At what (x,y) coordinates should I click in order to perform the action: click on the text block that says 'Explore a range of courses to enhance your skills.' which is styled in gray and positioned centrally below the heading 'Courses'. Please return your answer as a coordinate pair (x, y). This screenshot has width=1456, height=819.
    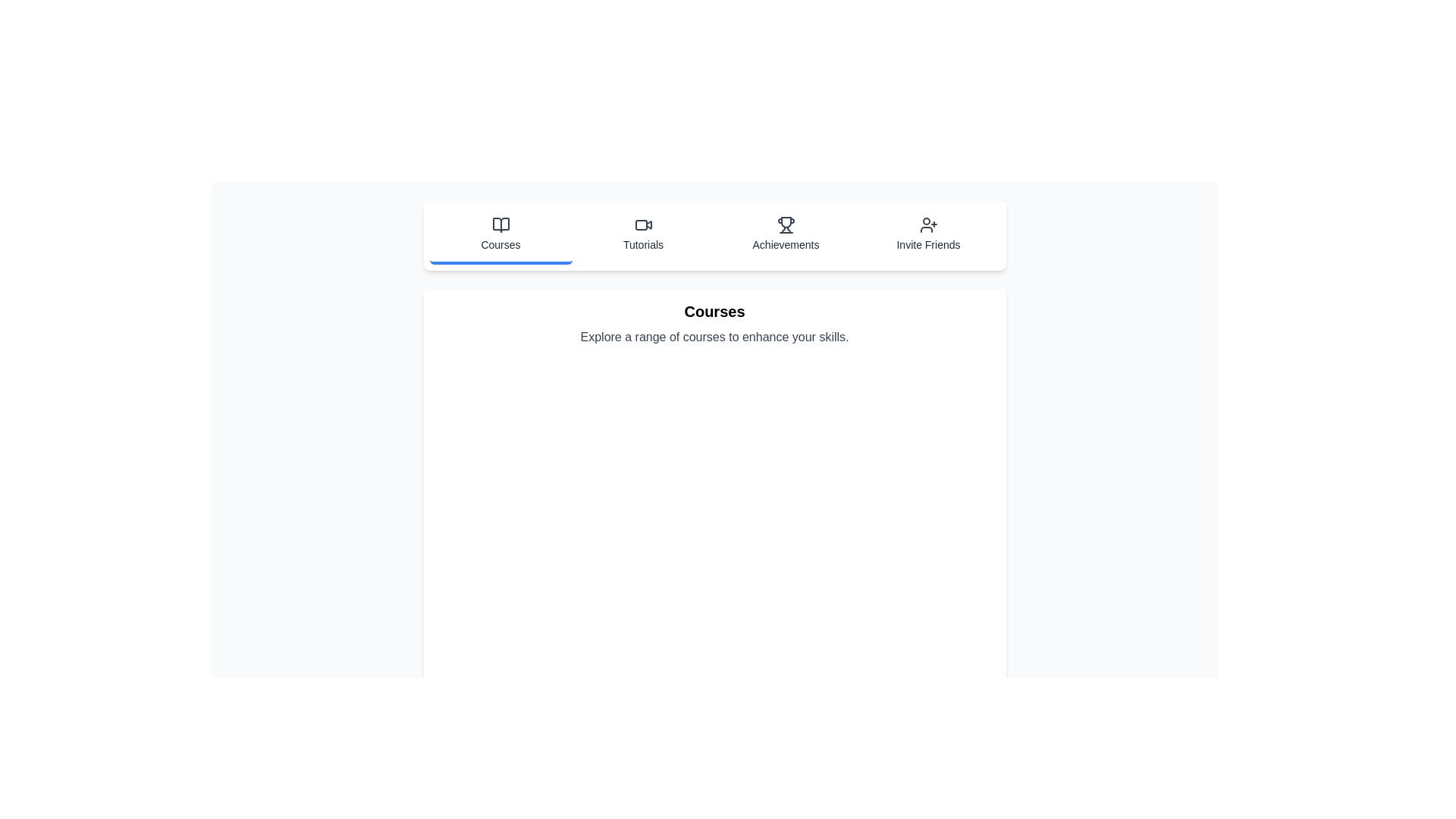
    Looking at the image, I should click on (714, 336).